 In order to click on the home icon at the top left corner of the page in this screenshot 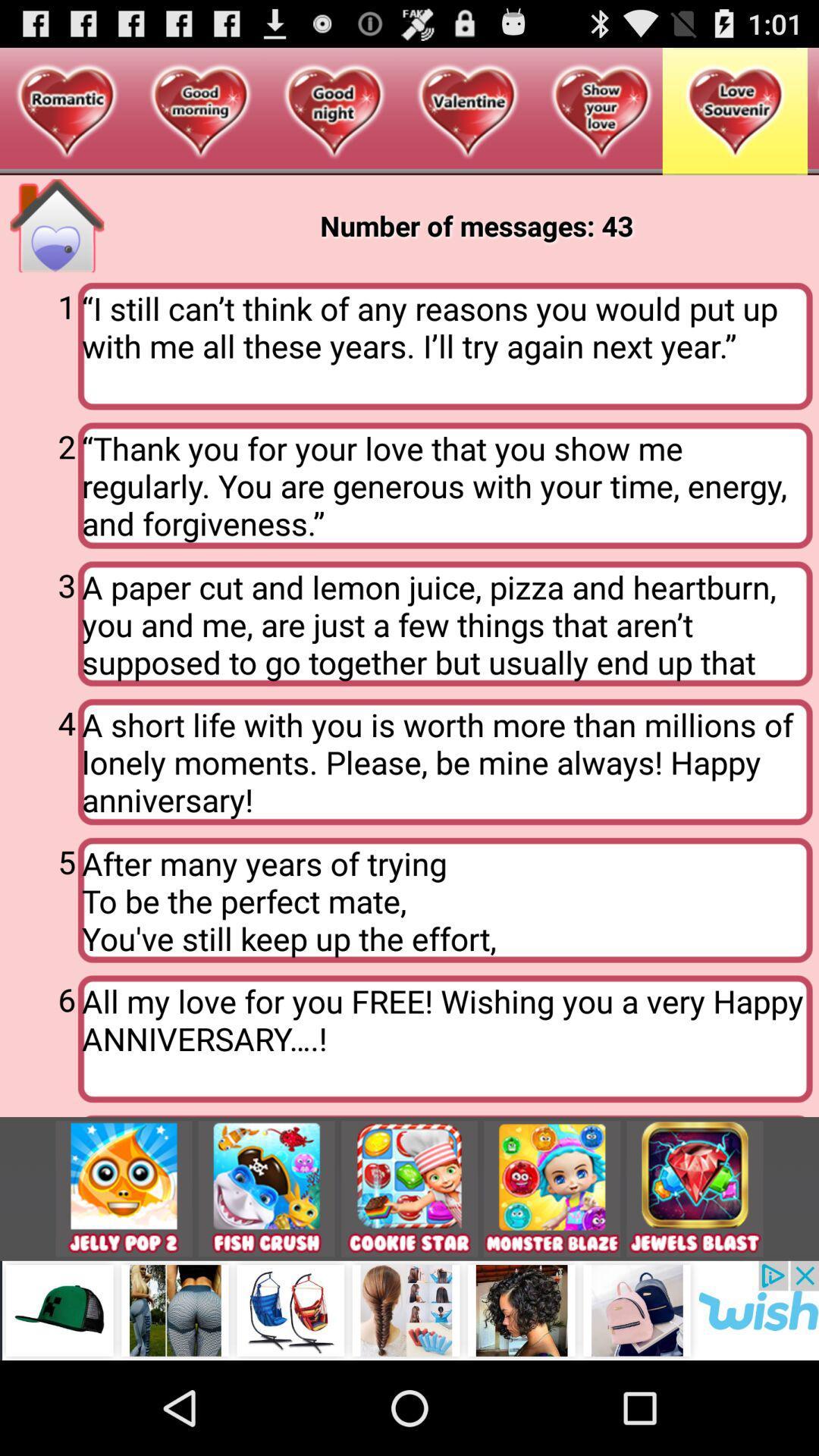, I will do `click(56, 224)`.